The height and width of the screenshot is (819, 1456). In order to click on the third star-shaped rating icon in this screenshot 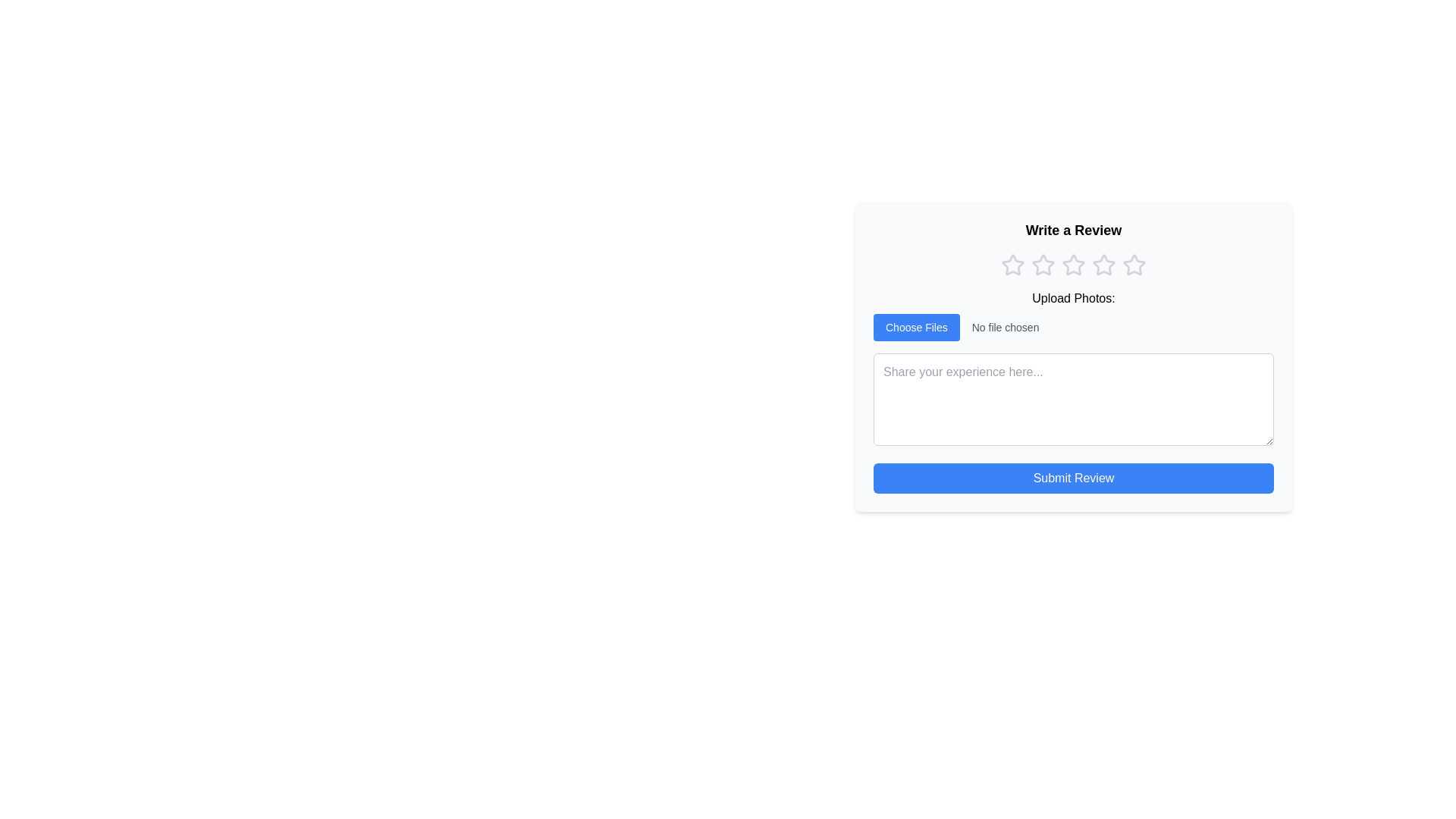, I will do `click(1073, 264)`.